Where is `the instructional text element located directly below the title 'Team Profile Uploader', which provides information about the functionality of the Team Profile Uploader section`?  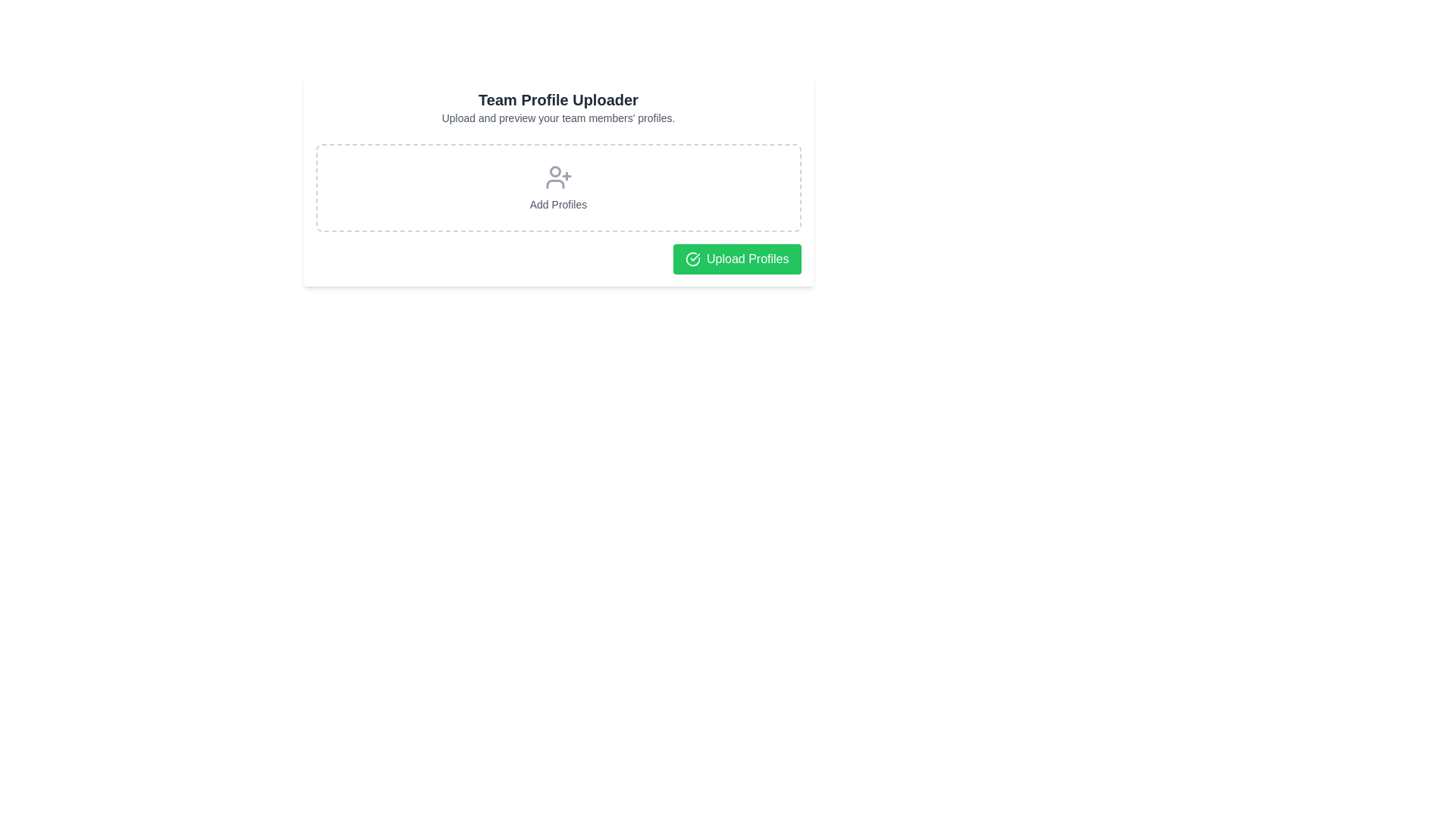
the instructional text element located directly below the title 'Team Profile Uploader', which provides information about the functionality of the Team Profile Uploader section is located at coordinates (557, 117).